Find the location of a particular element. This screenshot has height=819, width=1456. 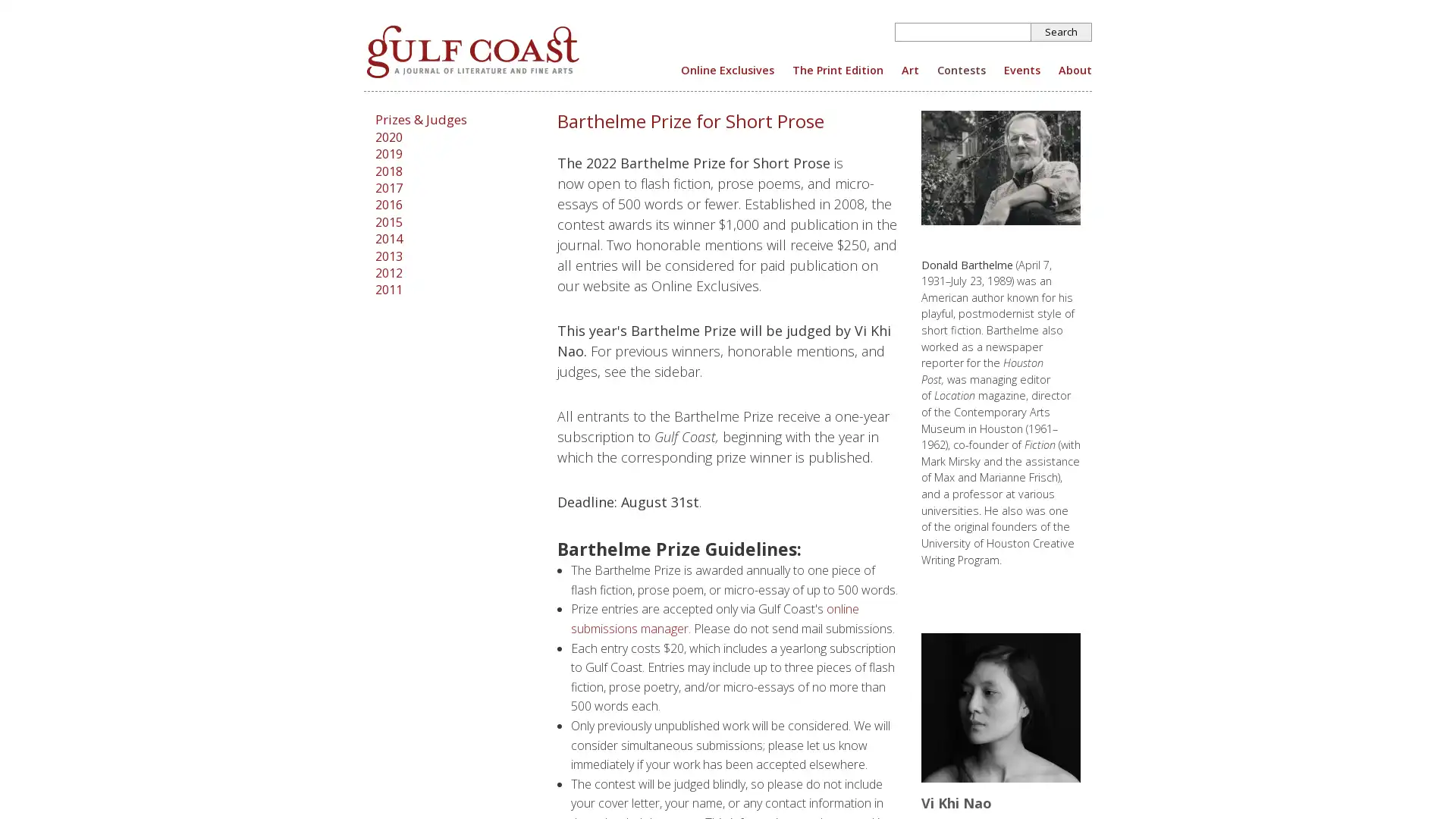

Search is located at coordinates (1061, 32).